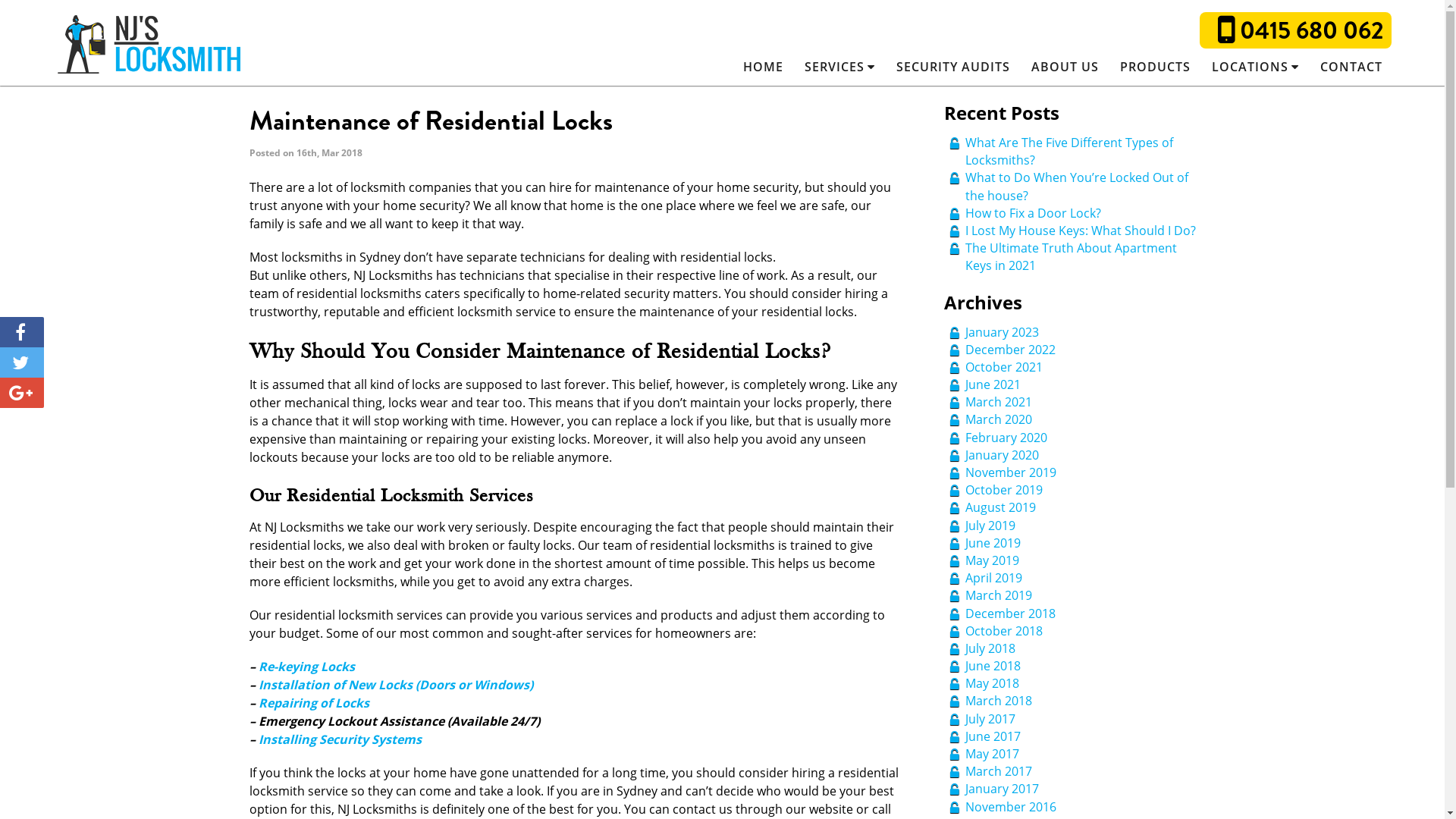 This screenshot has height=819, width=1456. What do you see at coordinates (997, 595) in the screenshot?
I see `'March 2019'` at bounding box center [997, 595].